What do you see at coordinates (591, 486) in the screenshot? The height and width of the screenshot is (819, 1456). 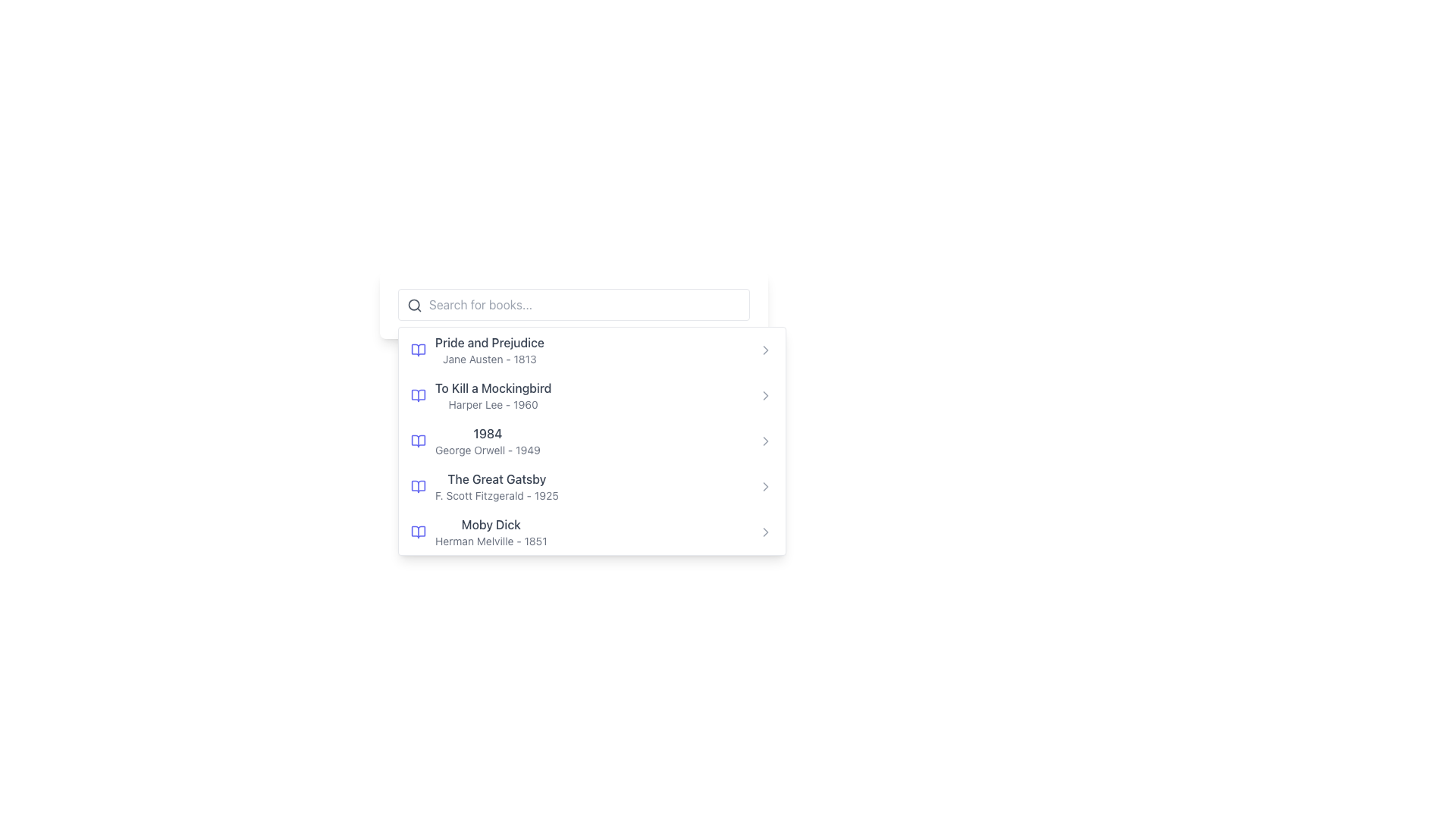 I see `the fourth list item in the dropdown menu that displays details about 'The Great Gatsby'` at bounding box center [591, 486].